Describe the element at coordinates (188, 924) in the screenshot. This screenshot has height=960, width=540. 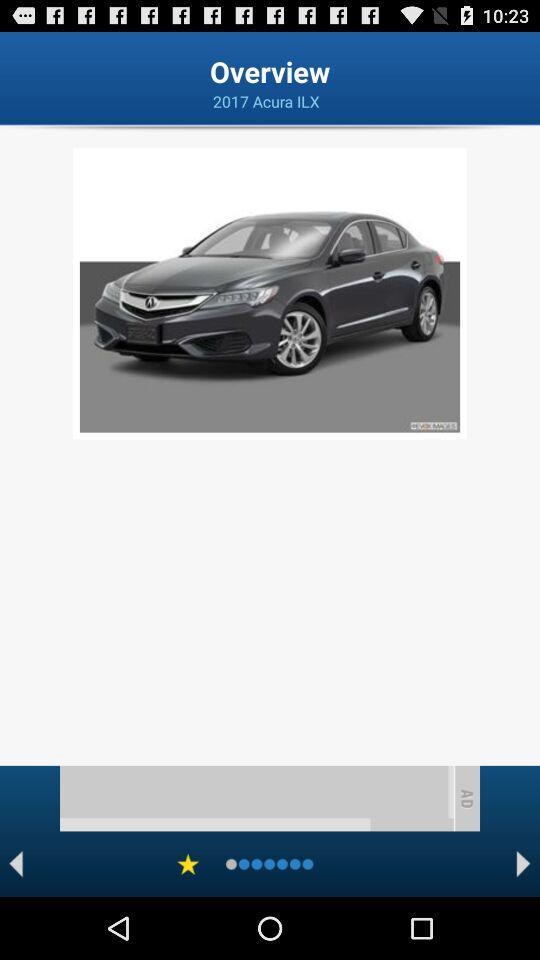
I see `the star icon` at that location.